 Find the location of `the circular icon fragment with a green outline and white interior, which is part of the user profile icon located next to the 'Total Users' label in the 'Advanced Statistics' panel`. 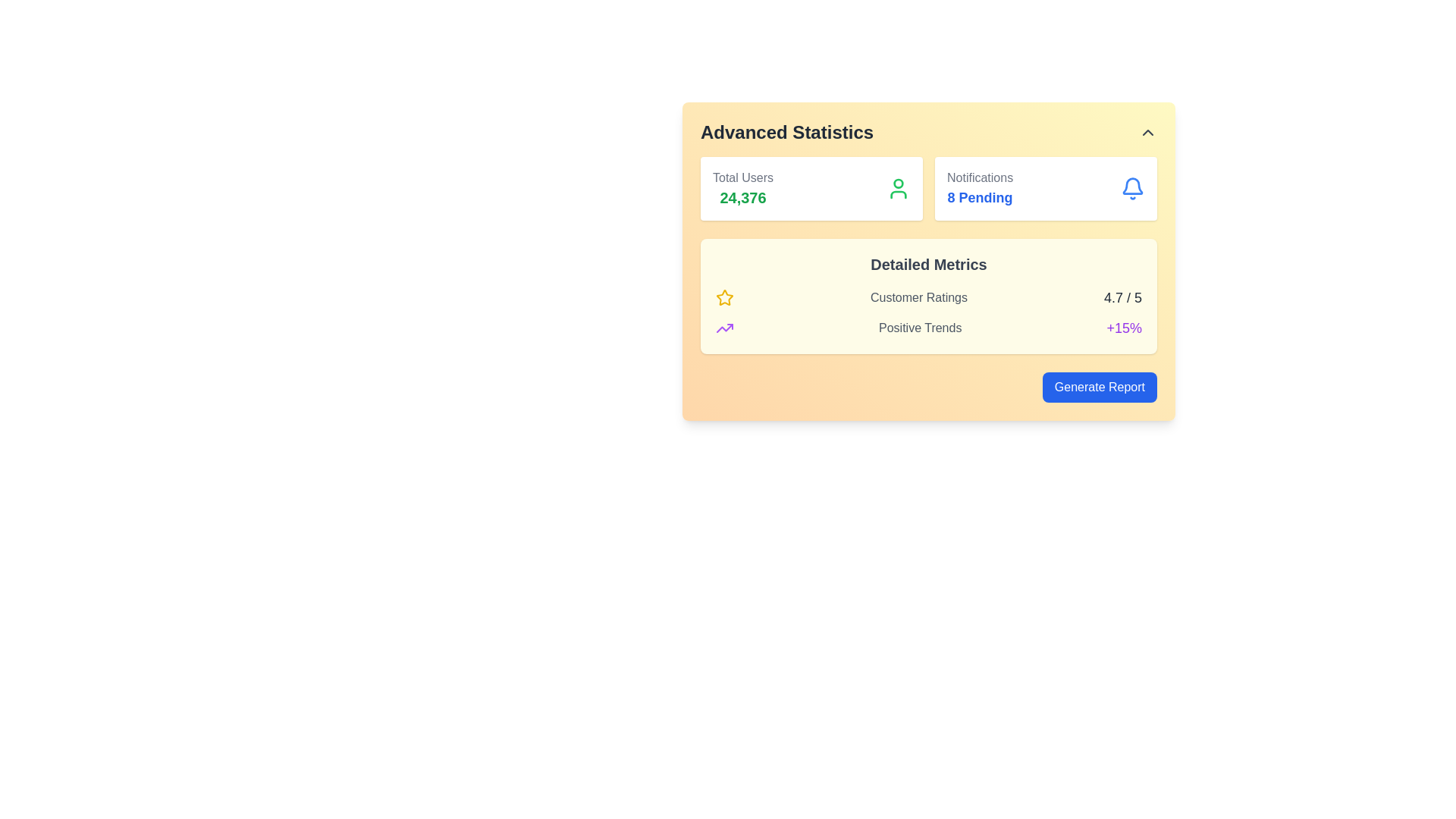

the circular icon fragment with a green outline and white interior, which is part of the user profile icon located next to the 'Total Users' label in the 'Advanced Statistics' panel is located at coordinates (899, 183).